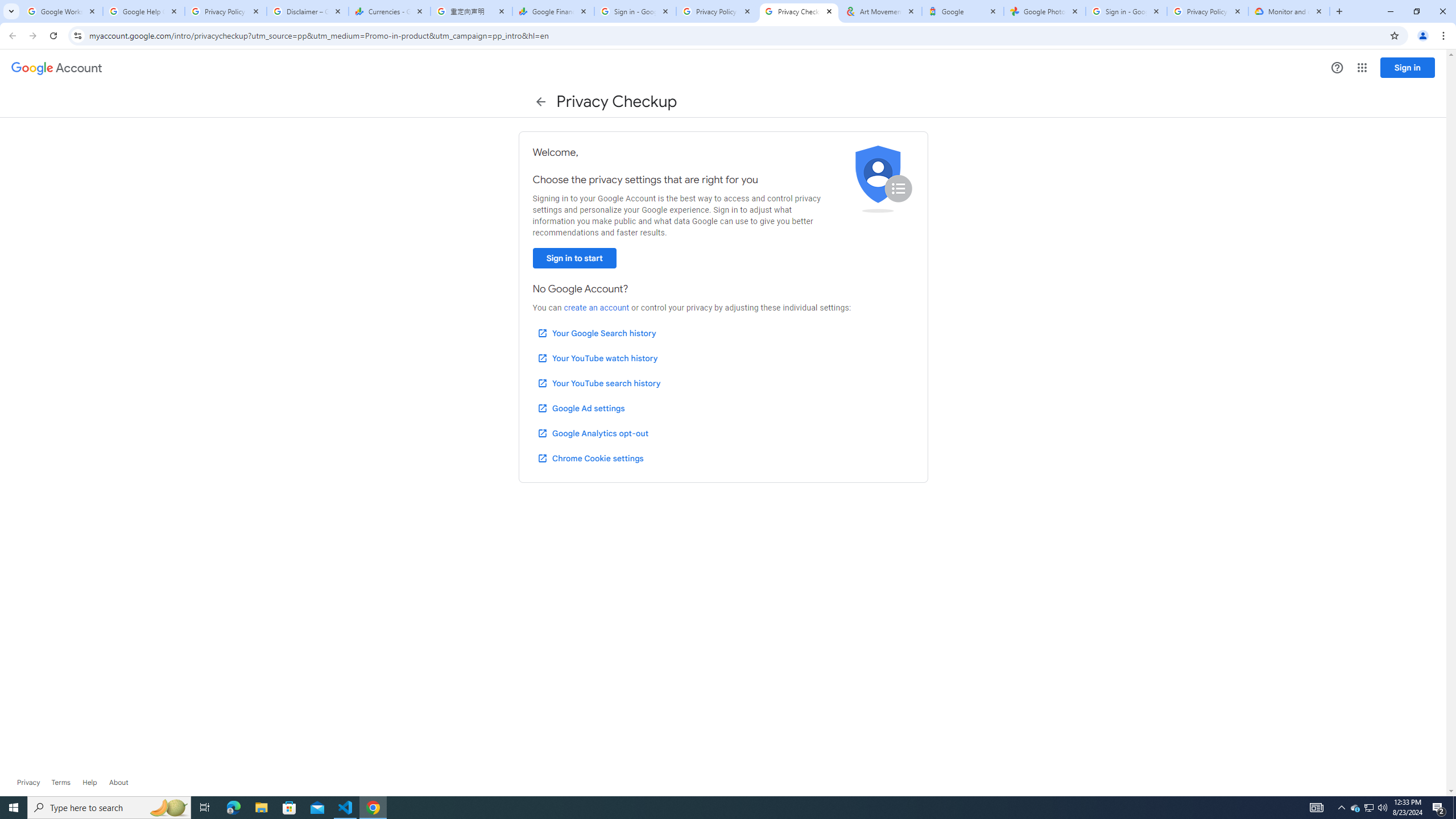 The width and height of the screenshot is (1456, 819). What do you see at coordinates (61, 11) in the screenshot?
I see `'Google Workspace Admin Community'` at bounding box center [61, 11].